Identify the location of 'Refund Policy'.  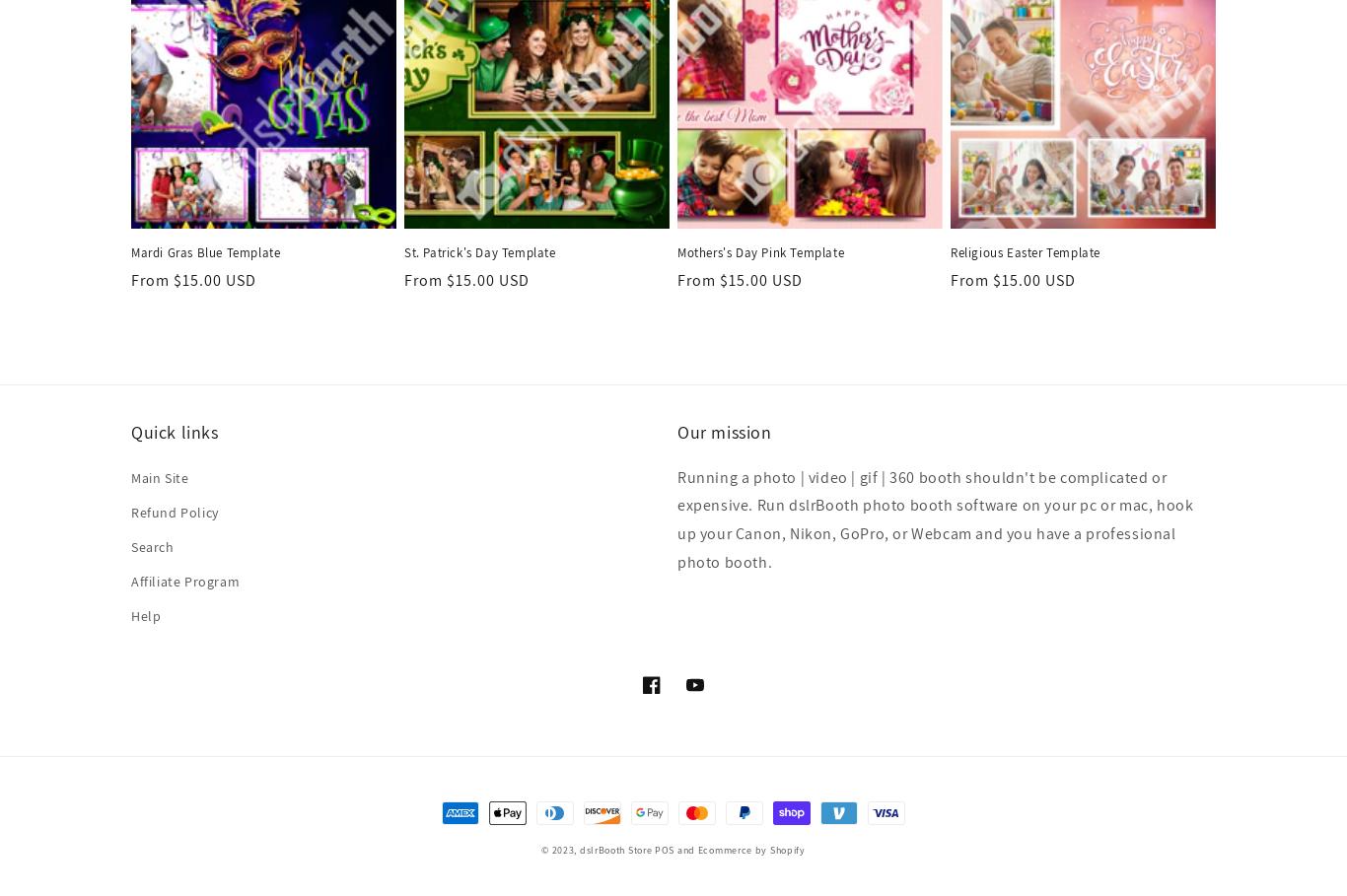
(130, 511).